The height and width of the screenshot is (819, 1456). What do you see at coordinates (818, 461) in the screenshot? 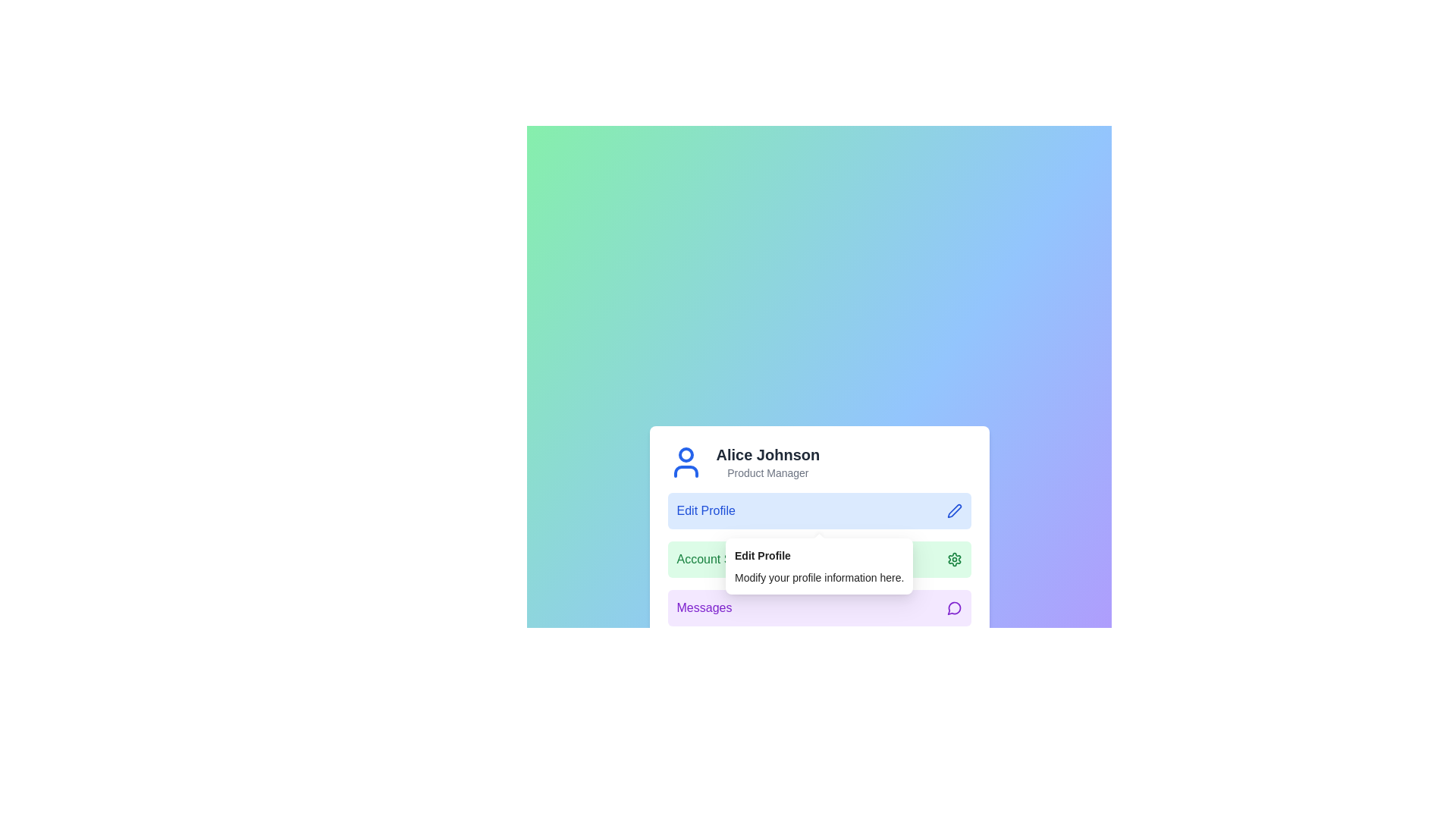
I see `user identification component that includes a profile avatar icon and textual information, located above the 'Edit Profile' button` at bounding box center [818, 461].